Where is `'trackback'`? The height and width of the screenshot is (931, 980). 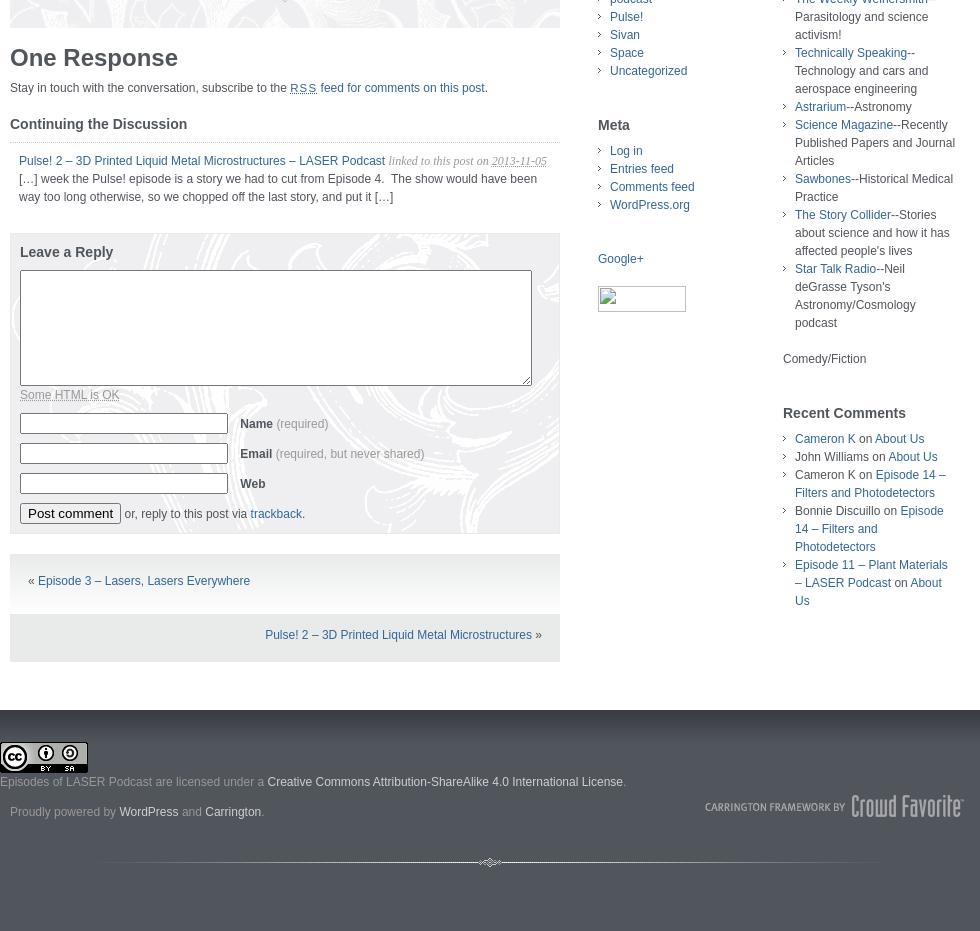 'trackback' is located at coordinates (275, 514).